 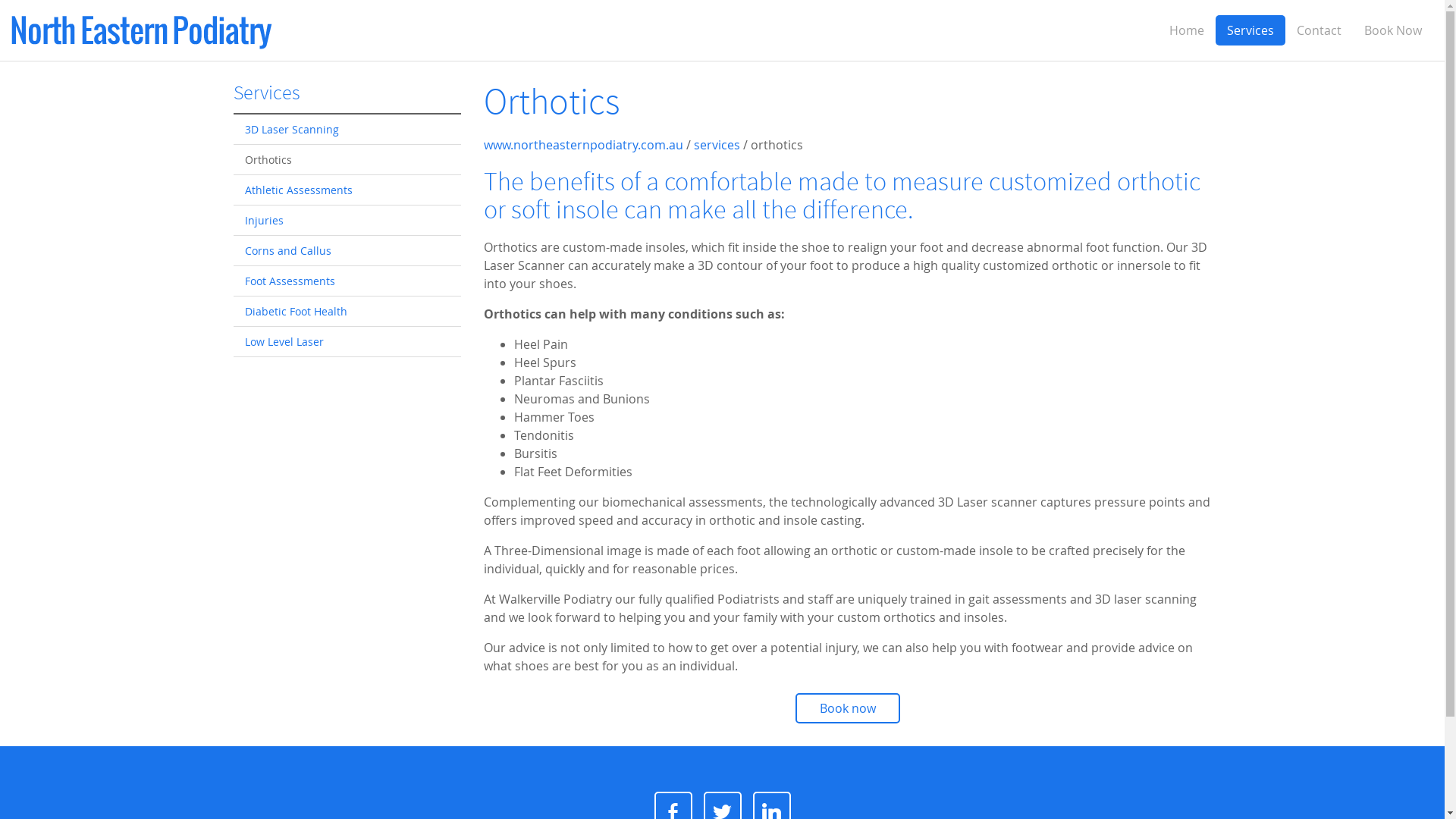 What do you see at coordinates (346, 250) in the screenshot?
I see `'Corns and Callus'` at bounding box center [346, 250].